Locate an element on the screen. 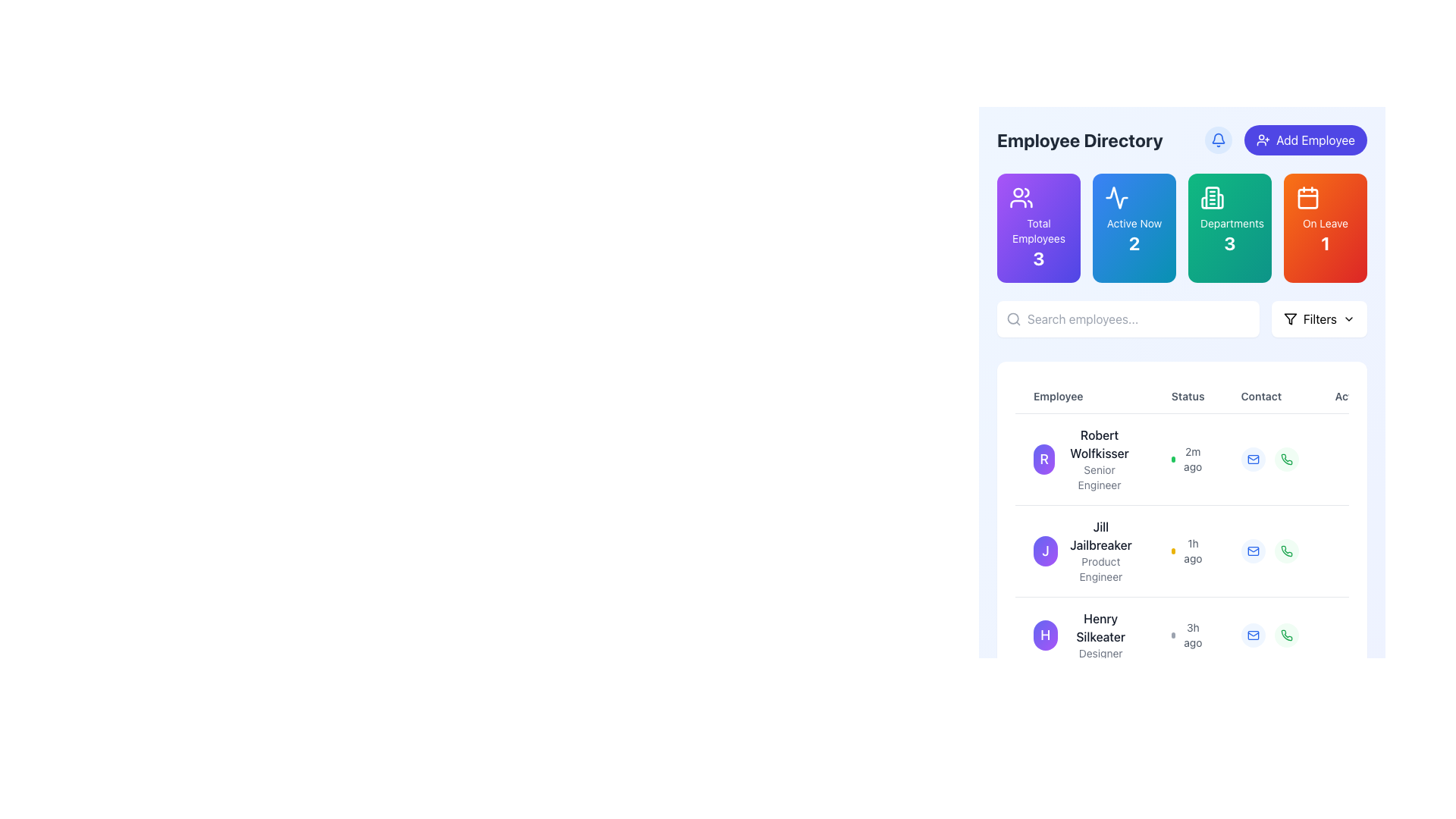  the chevron icon pointing downward, located to the right of the 'Filters' text is located at coordinates (1349, 318).